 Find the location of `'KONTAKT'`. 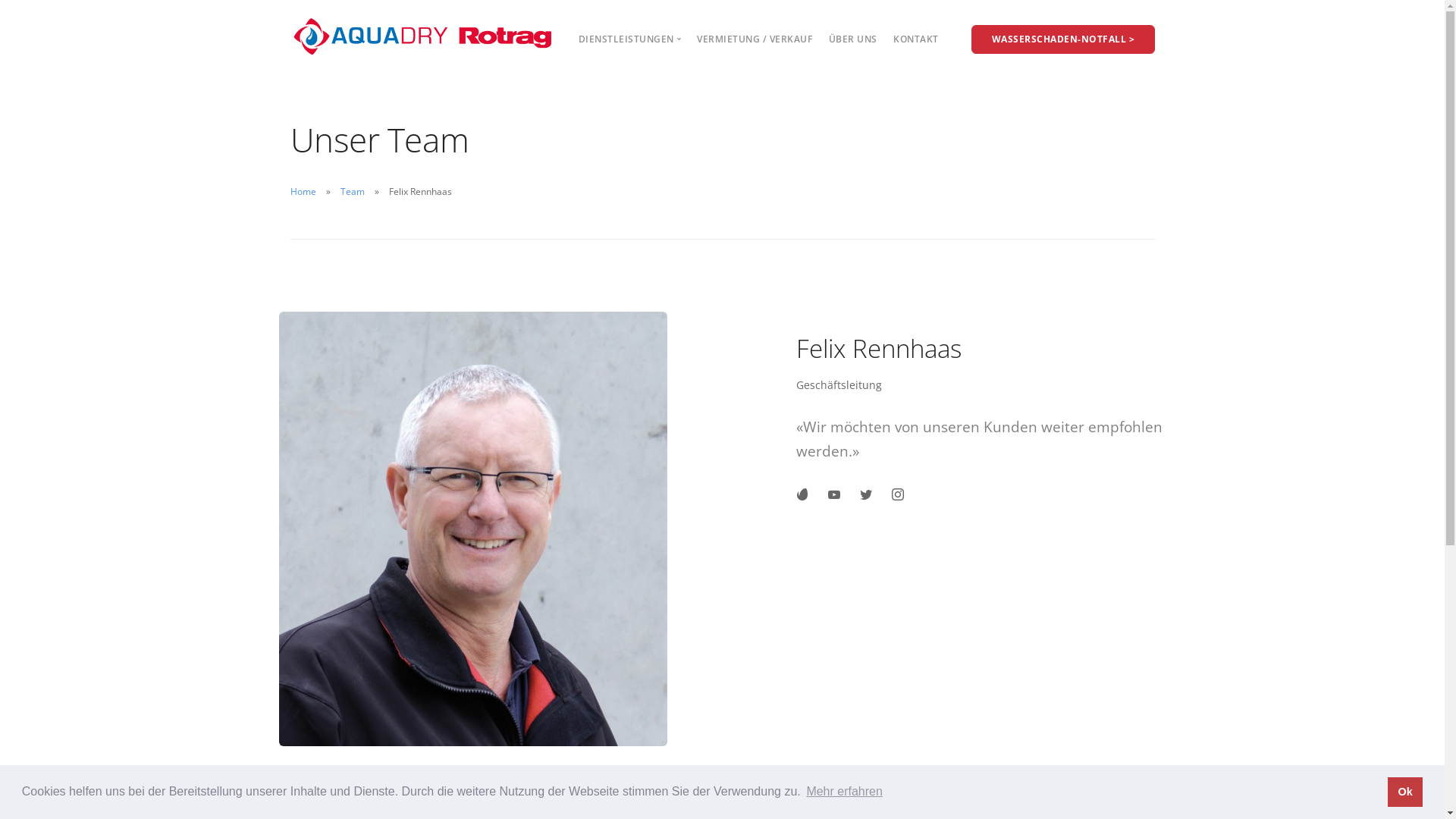

'KONTAKT' is located at coordinates (893, 38).